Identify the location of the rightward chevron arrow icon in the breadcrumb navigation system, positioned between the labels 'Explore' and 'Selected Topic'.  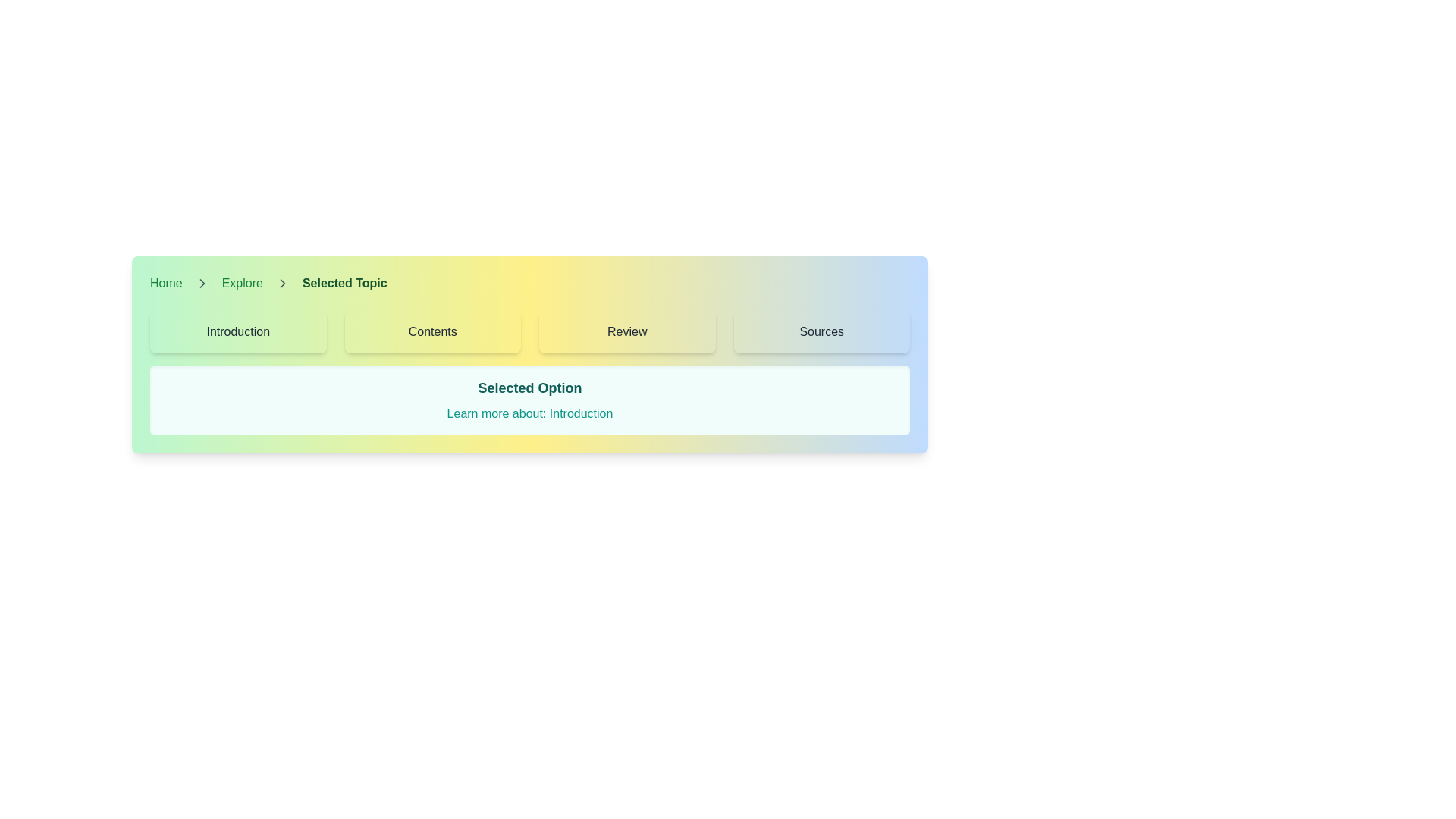
(201, 284).